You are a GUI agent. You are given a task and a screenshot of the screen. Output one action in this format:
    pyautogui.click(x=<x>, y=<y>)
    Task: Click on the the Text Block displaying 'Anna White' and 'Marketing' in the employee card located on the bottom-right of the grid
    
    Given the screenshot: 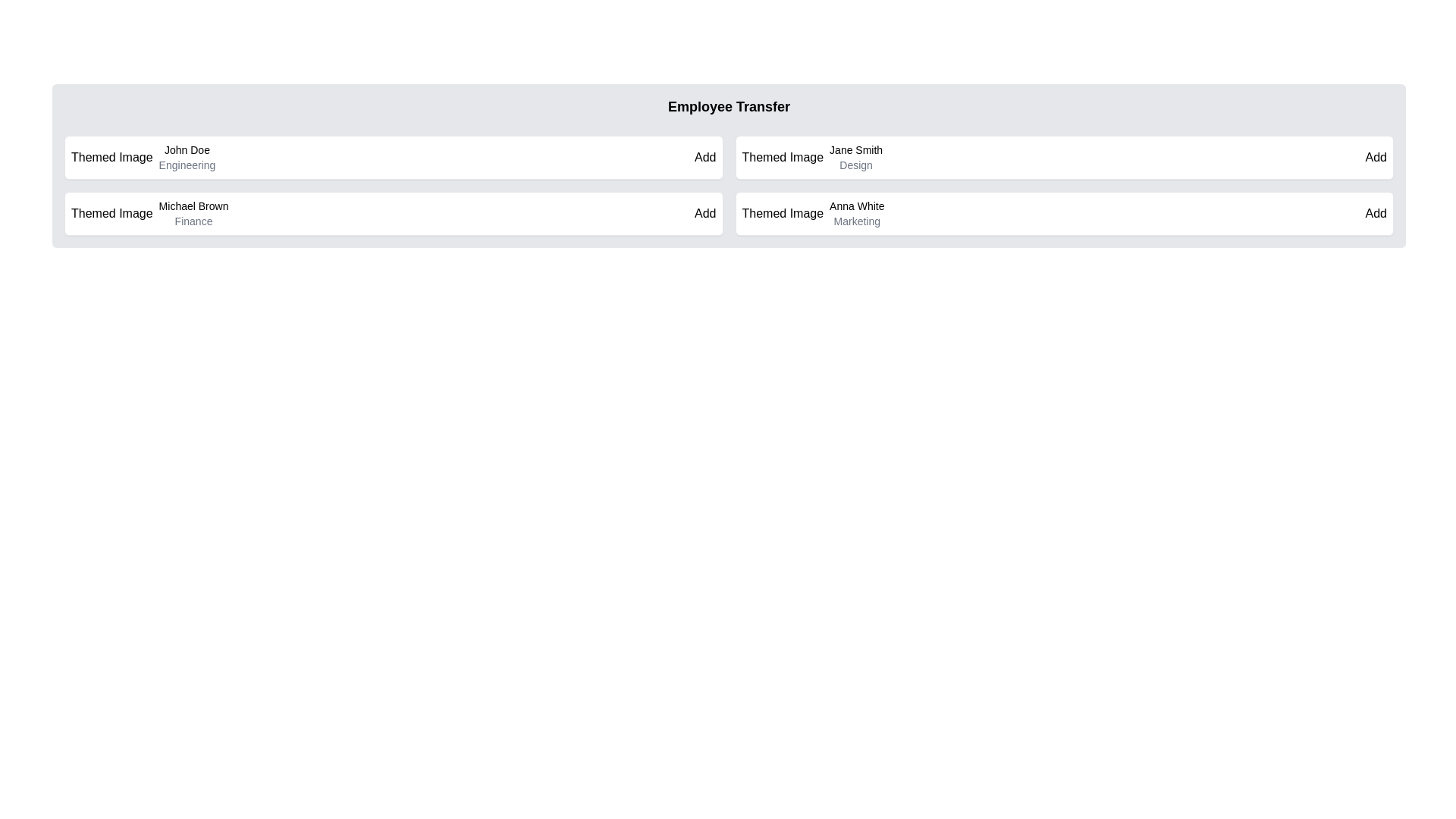 What is the action you would take?
    pyautogui.click(x=857, y=213)
    